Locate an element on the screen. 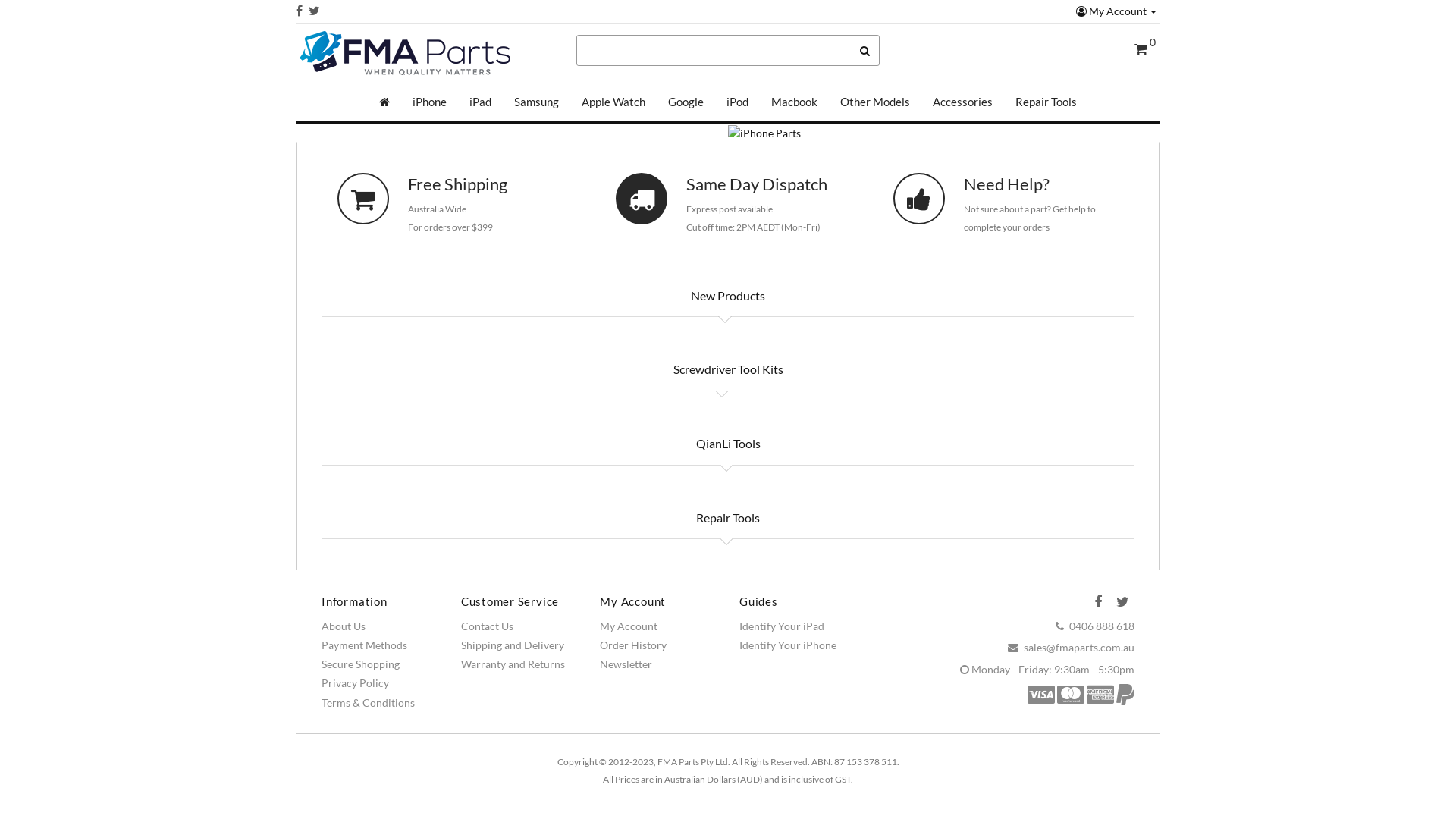  '0' is located at coordinates (1145, 49).